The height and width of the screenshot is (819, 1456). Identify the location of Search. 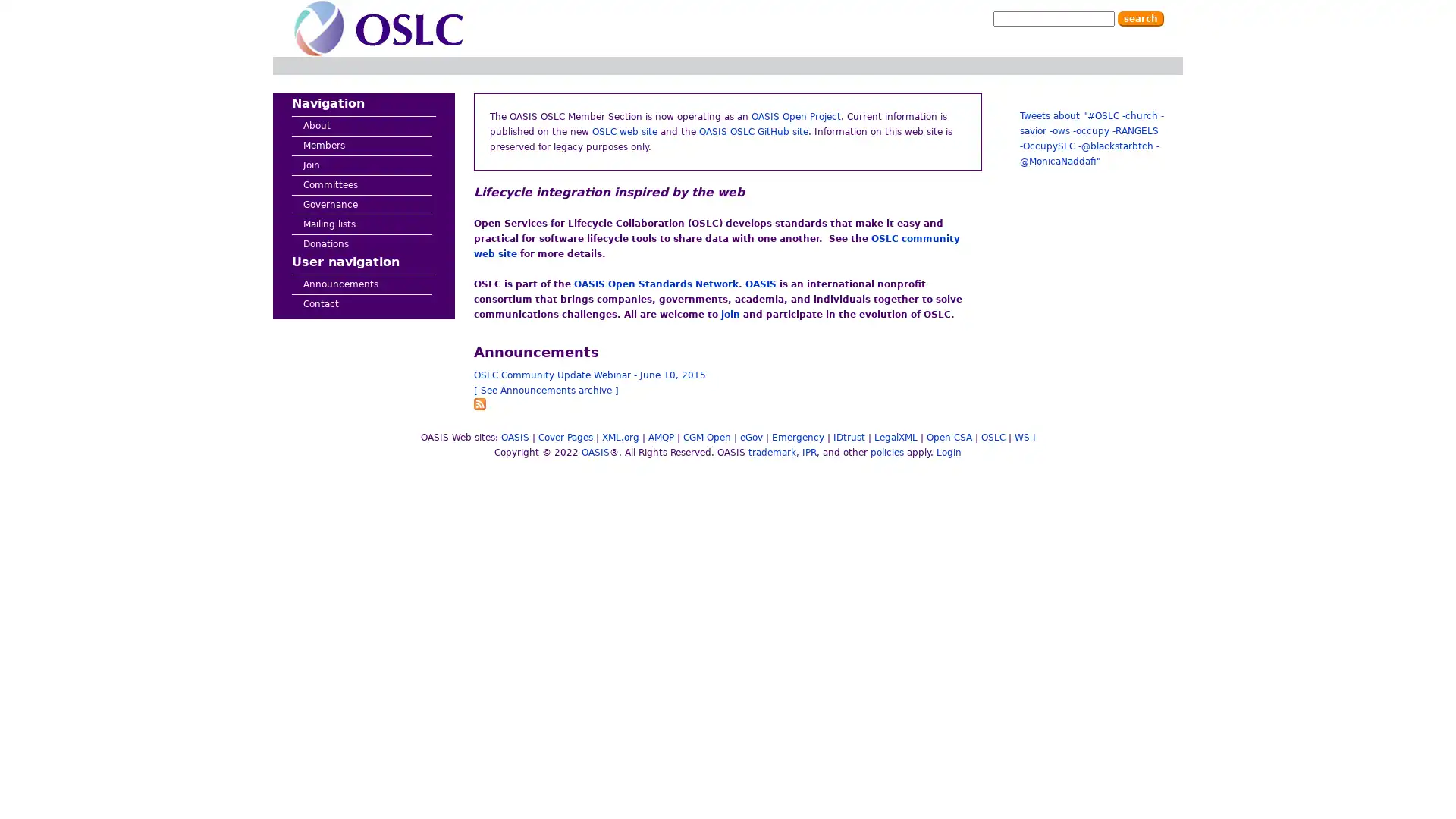
(1141, 18).